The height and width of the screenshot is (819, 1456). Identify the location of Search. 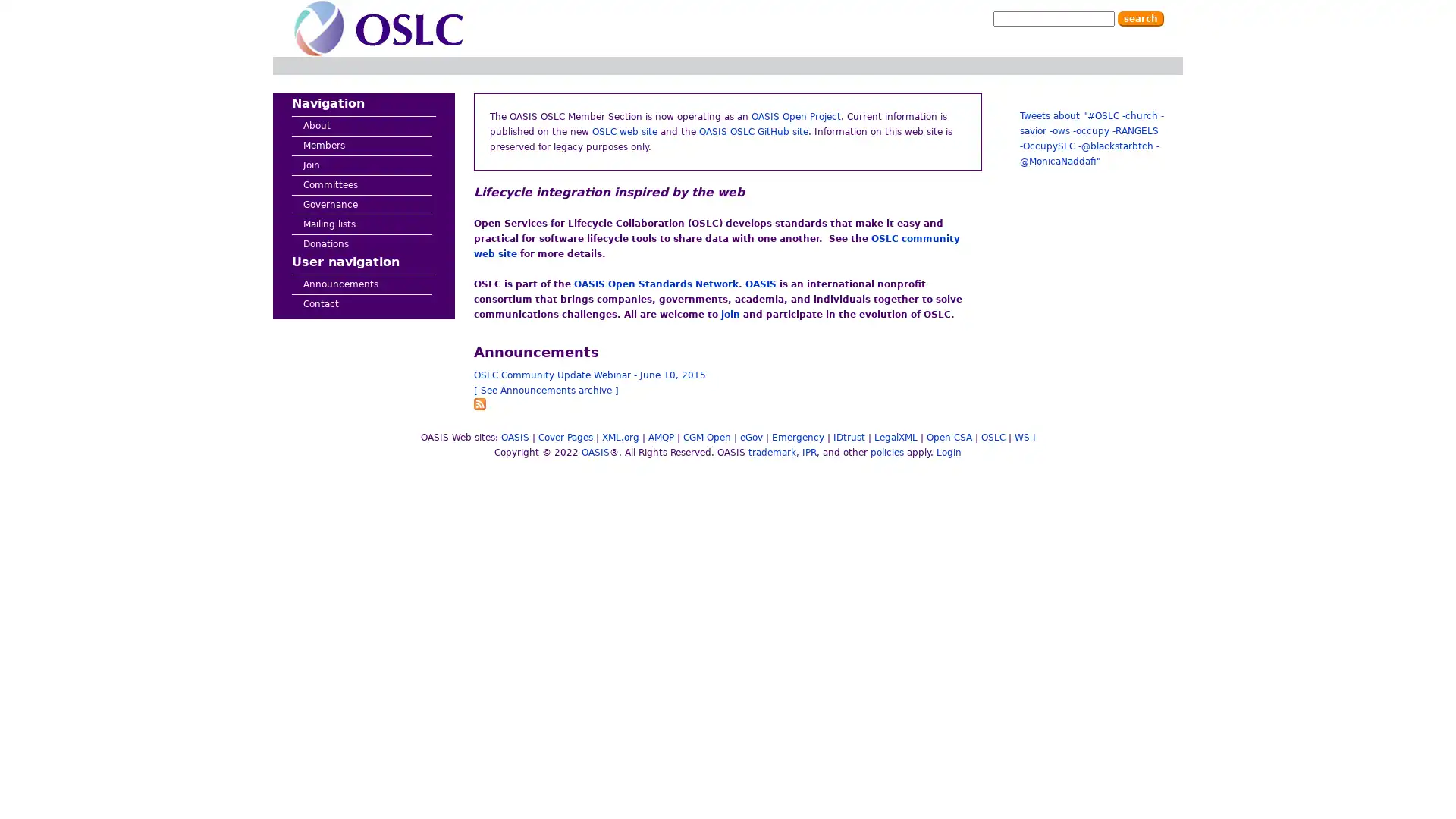
(1141, 18).